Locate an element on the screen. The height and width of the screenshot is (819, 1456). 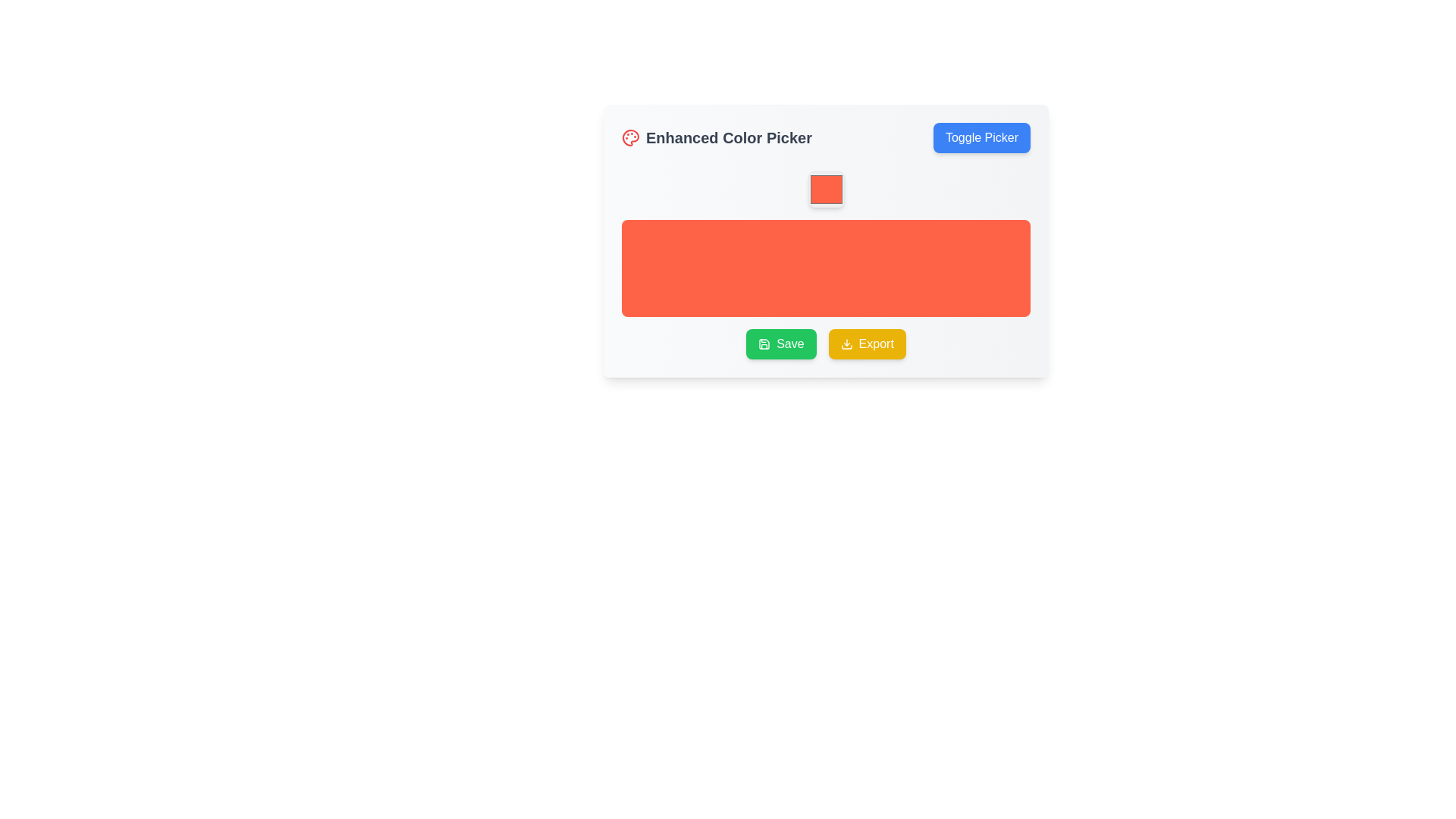
the 'Export' icon located within the 'Export' button at the bottom right-hand corner of the card-like interface is located at coordinates (846, 344).